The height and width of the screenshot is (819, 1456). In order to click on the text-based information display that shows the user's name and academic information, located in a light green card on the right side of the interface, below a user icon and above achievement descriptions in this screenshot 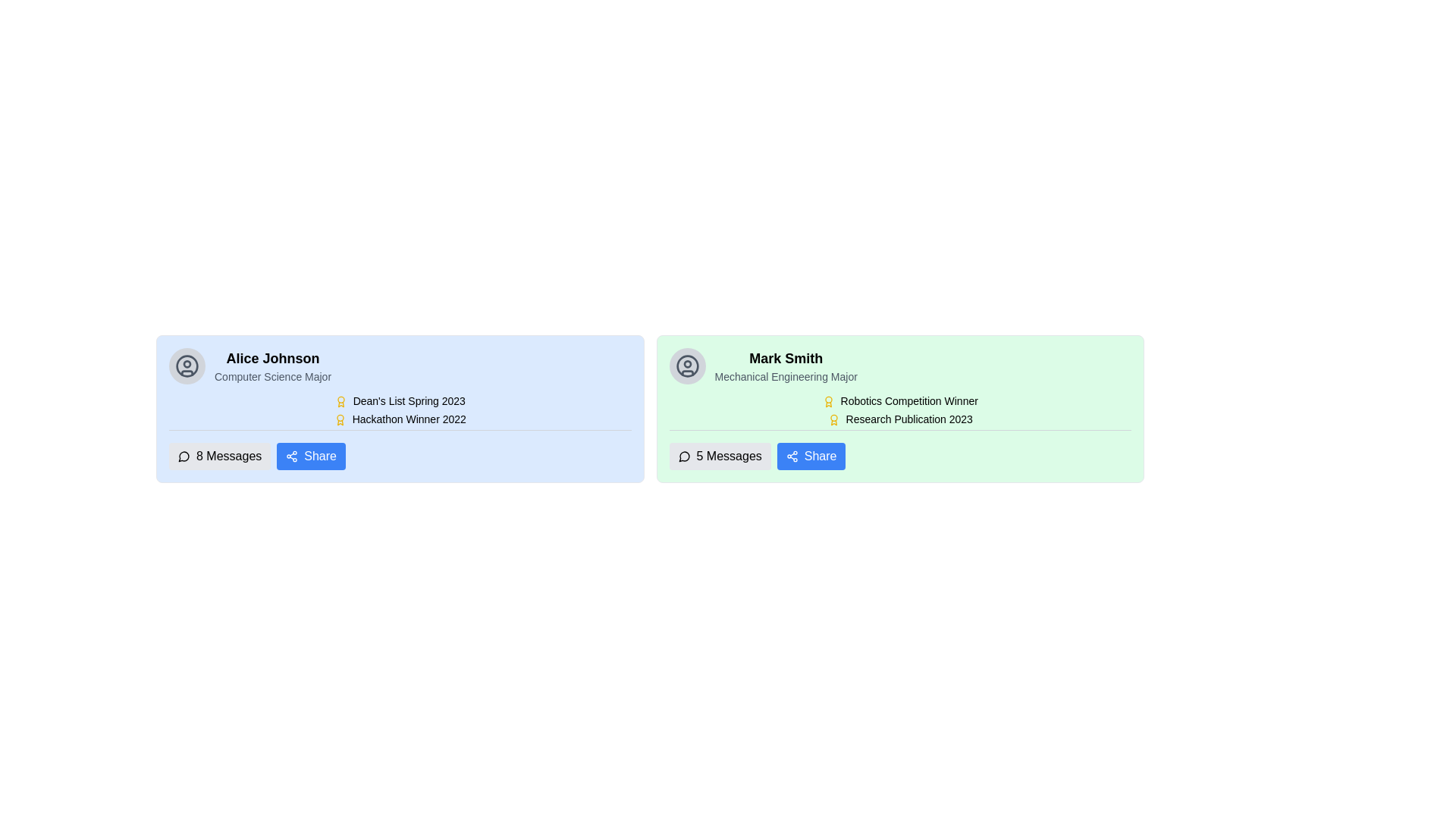, I will do `click(786, 366)`.